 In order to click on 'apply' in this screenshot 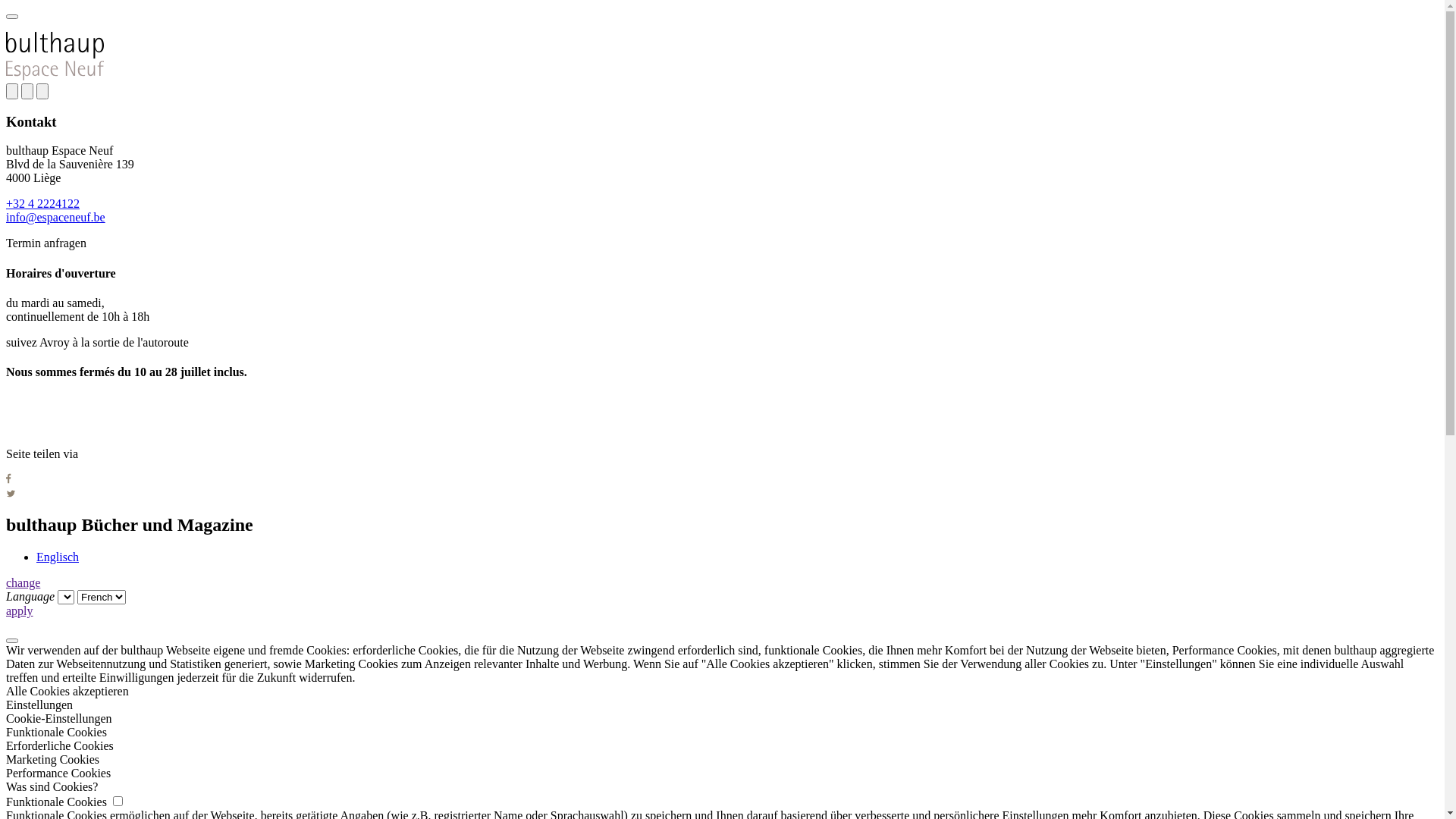, I will do `click(19, 610)`.